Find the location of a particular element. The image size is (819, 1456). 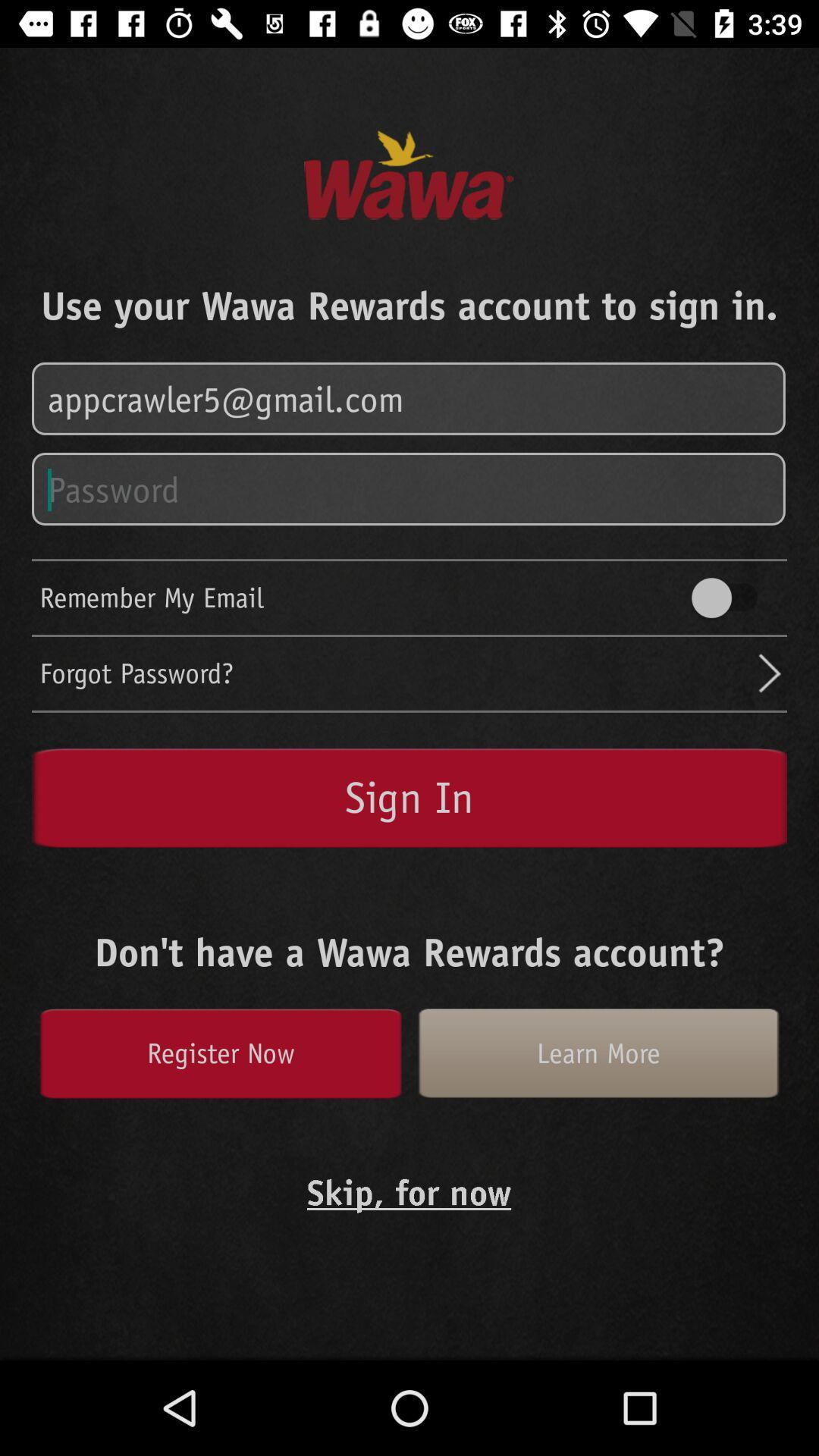

item at the bottom left corner is located at coordinates (220, 1053).